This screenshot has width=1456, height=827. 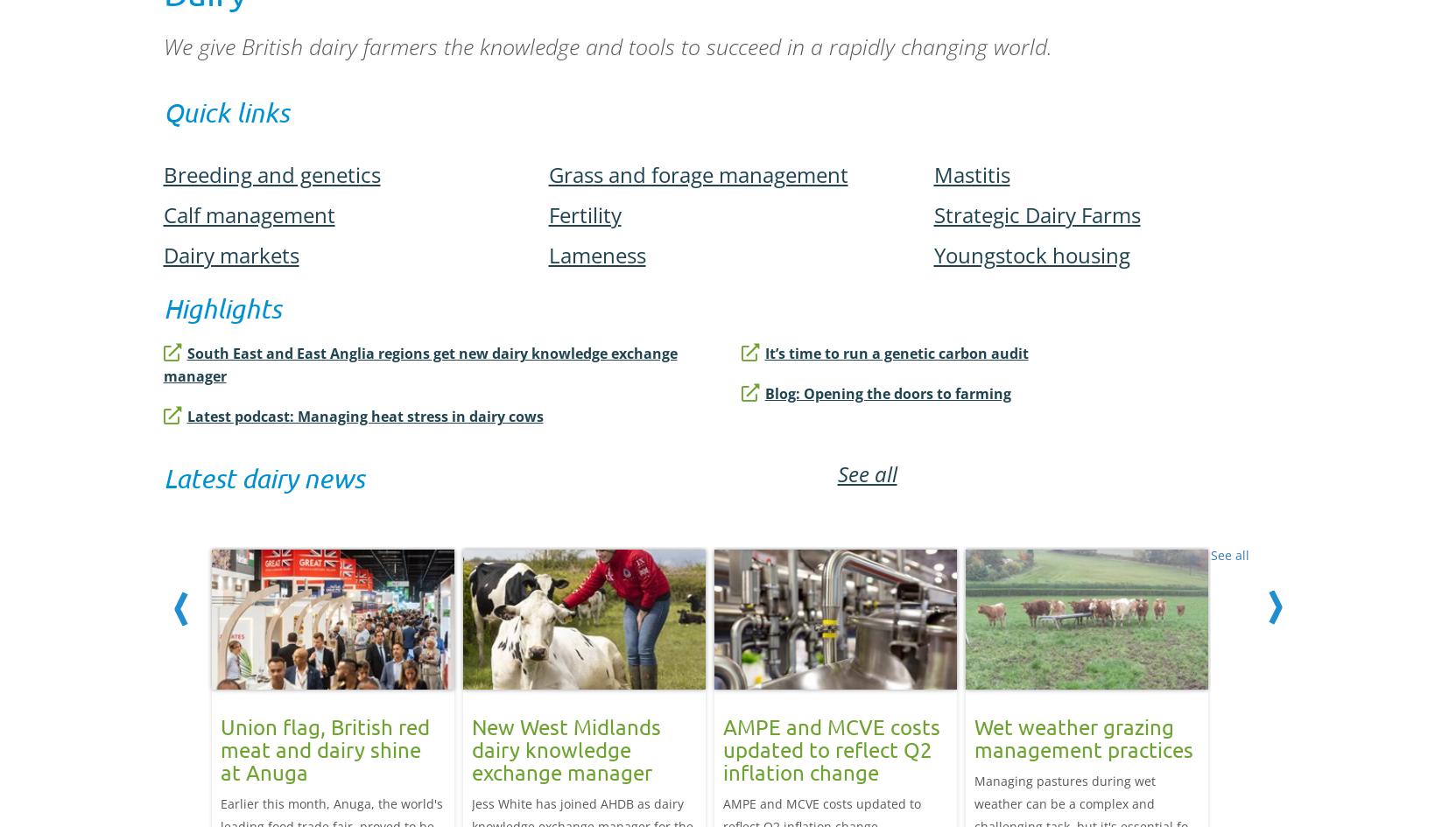 I want to click on 'Freedom of information', so click(x=530, y=674).